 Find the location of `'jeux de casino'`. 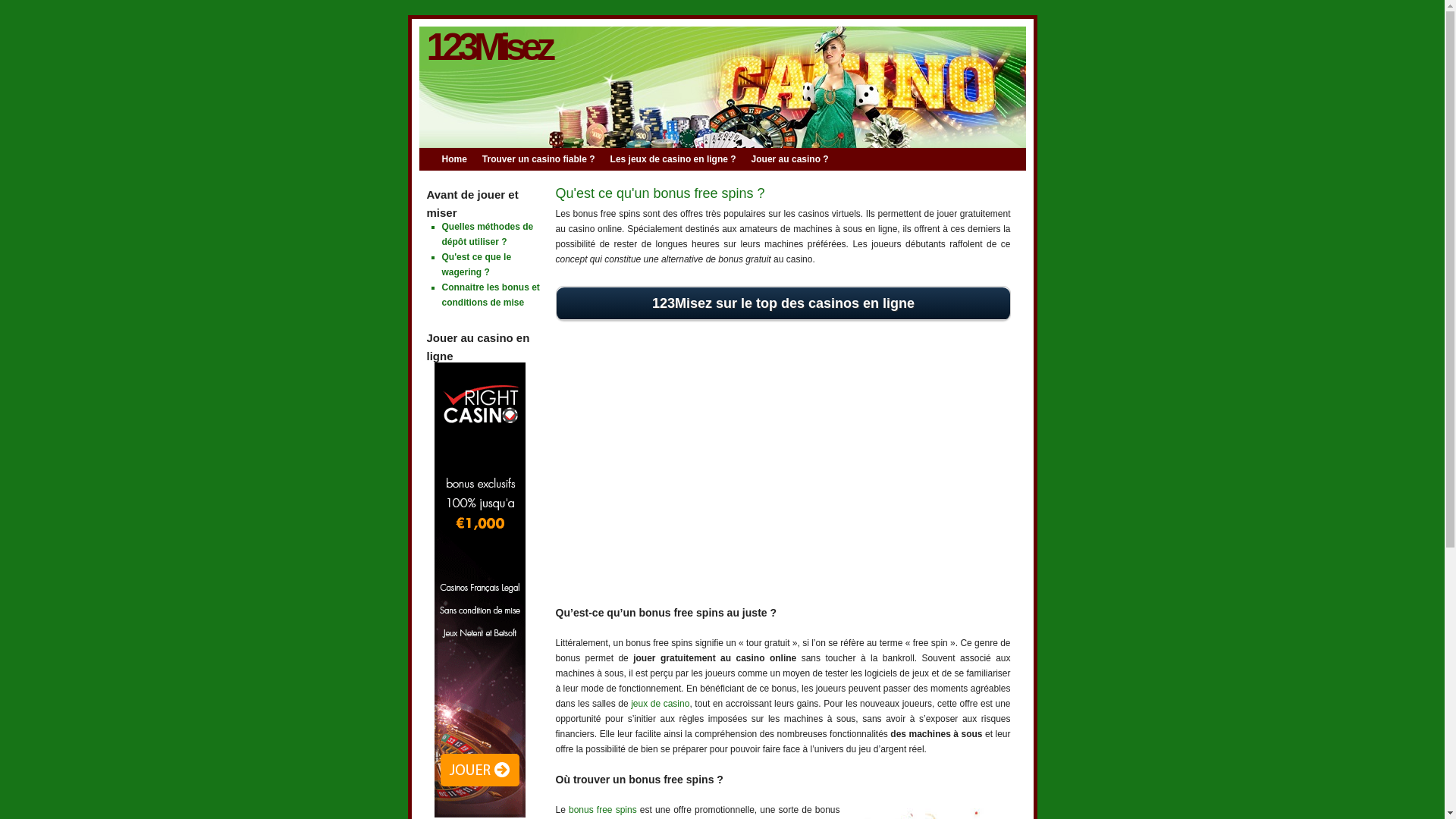

'jeux de casino' is located at coordinates (630, 704).